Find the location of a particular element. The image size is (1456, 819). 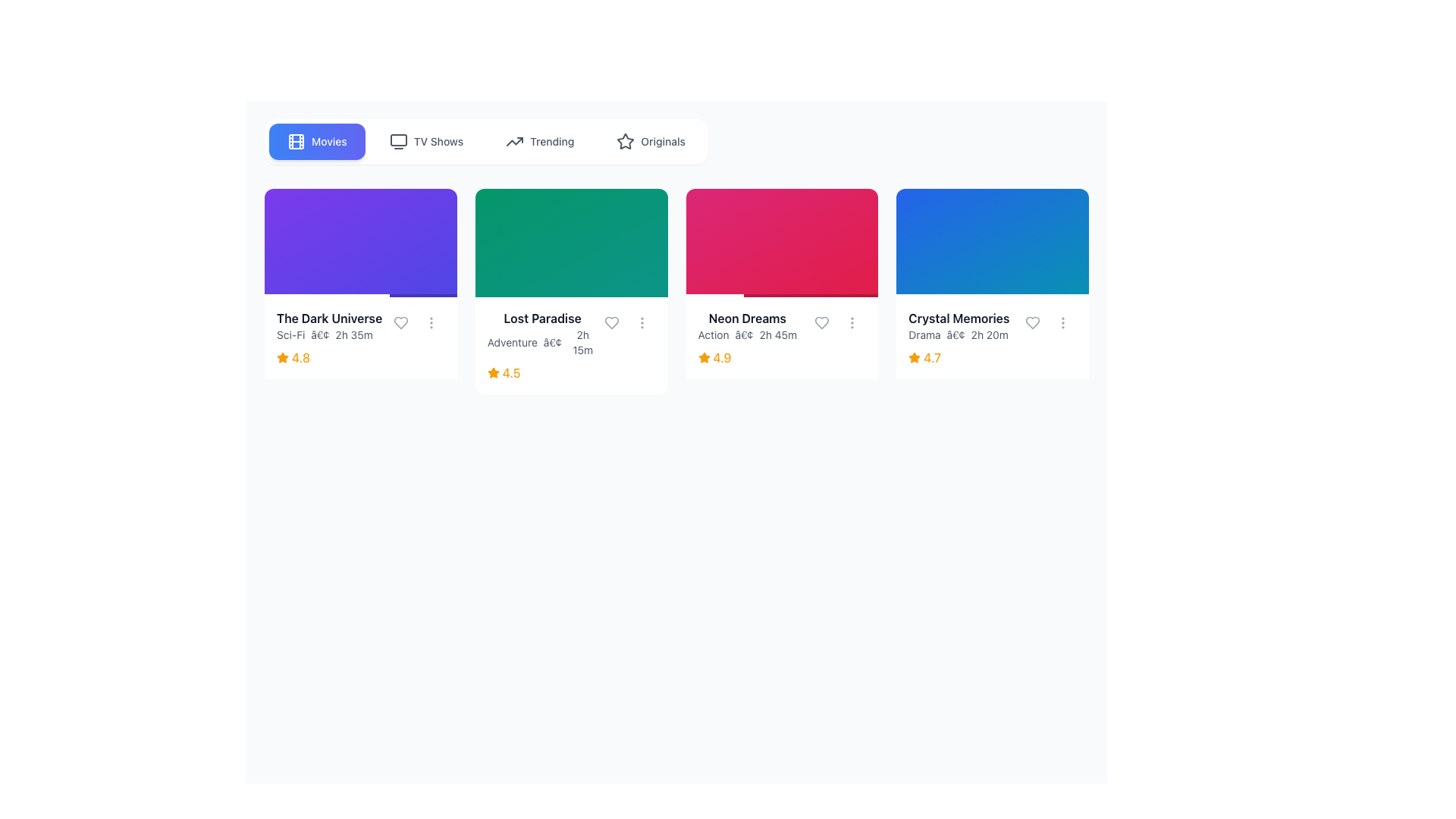

the Text label indicating the genre of the movie in the 'The Dark Universe' card is located at coordinates (290, 334).